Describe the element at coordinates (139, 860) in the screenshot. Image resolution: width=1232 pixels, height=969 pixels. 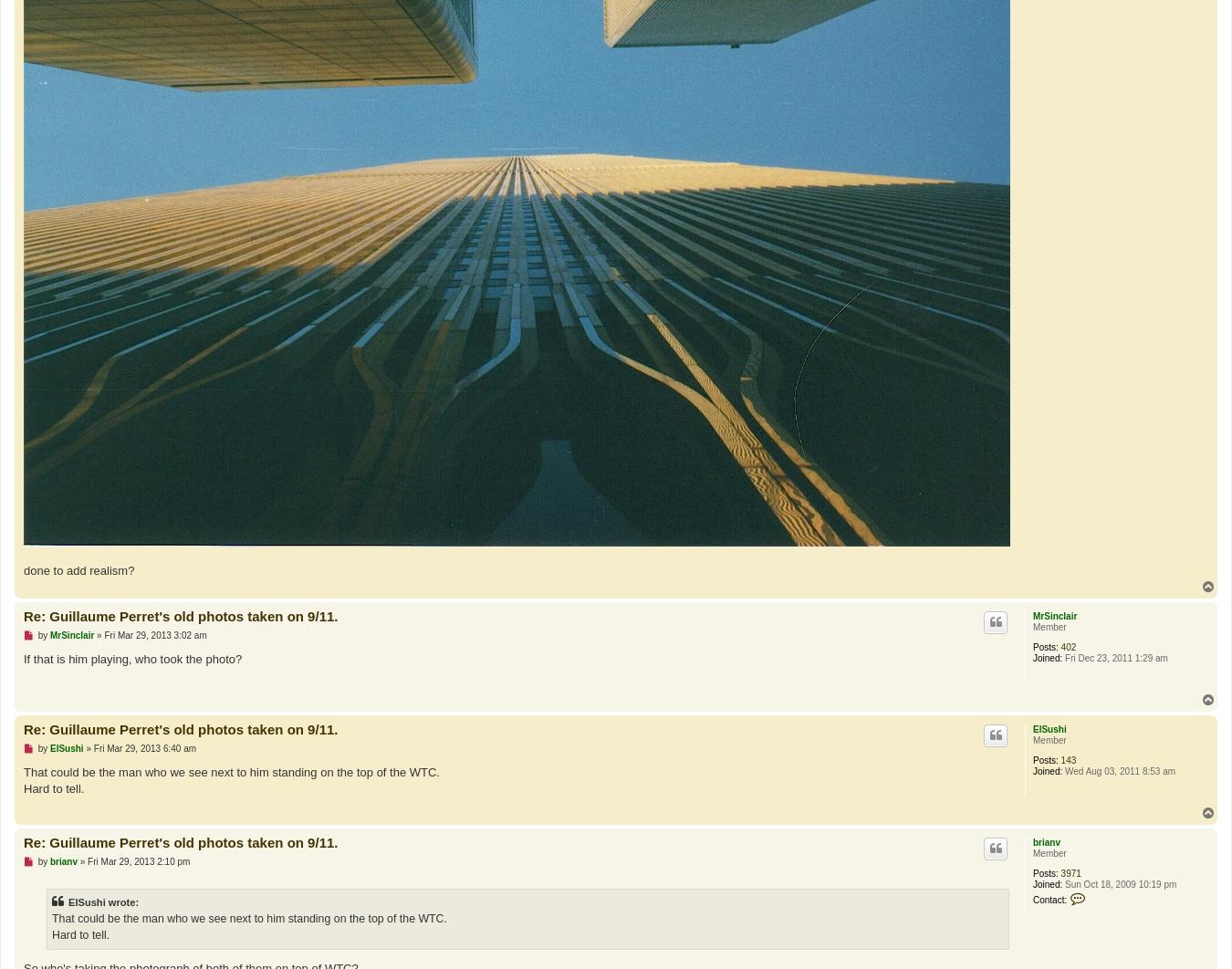
I see `'Fri Mar 29, 2013 2:10 pm'` at that location.